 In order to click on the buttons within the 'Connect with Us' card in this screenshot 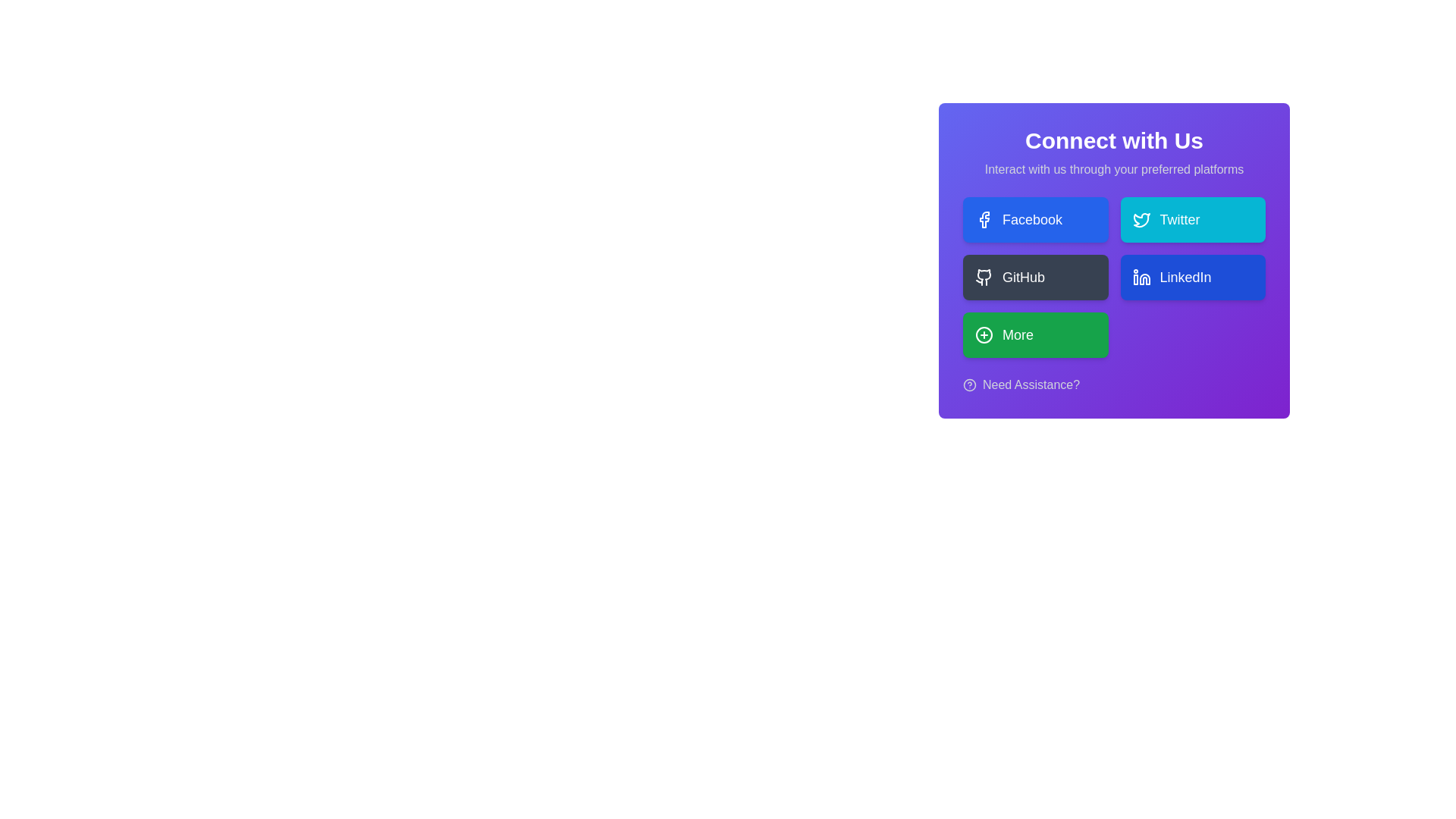, I will do `click(1114, 259)`.